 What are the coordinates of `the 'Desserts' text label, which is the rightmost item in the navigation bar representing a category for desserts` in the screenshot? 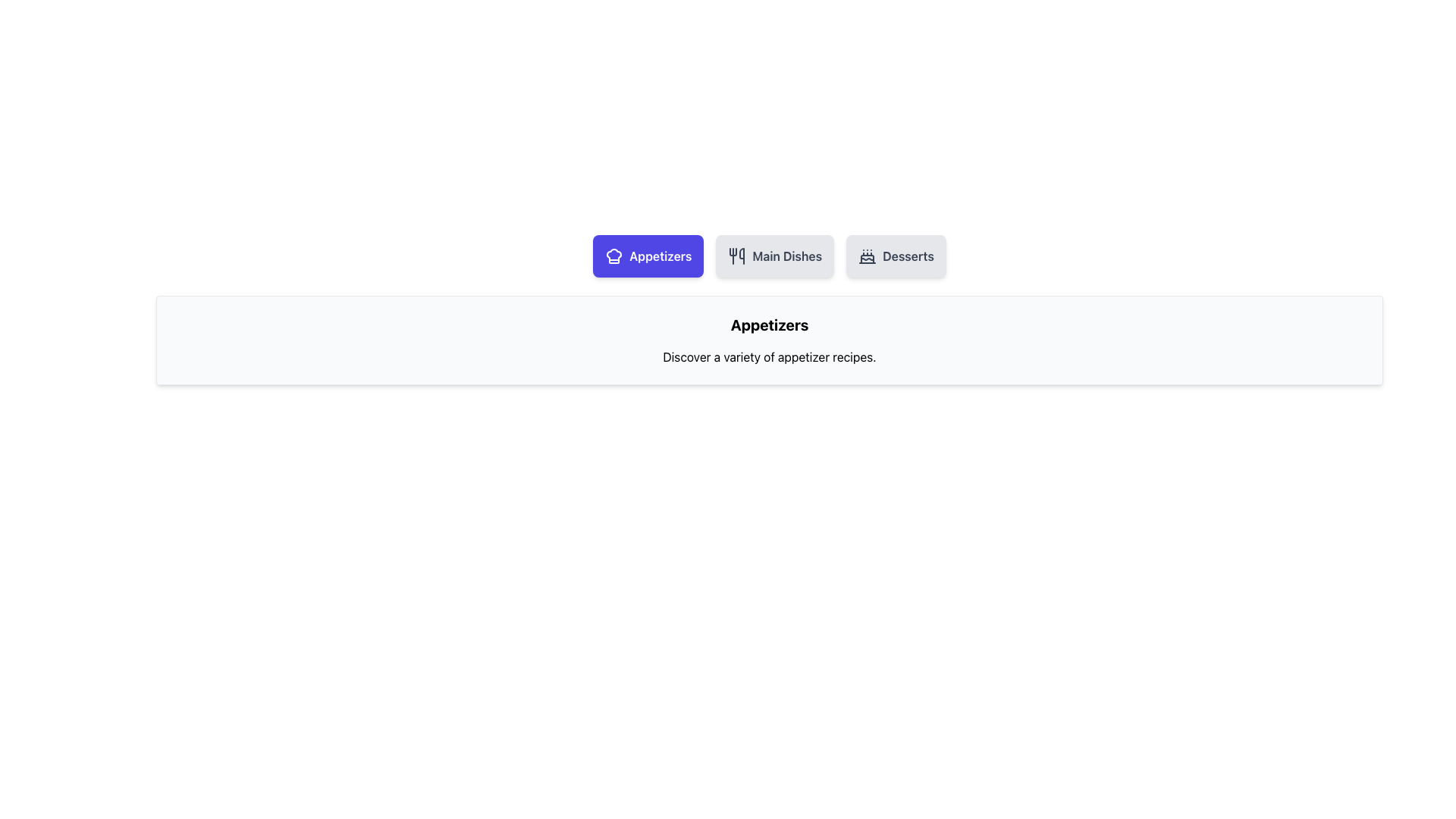 It's located at (908, 256).